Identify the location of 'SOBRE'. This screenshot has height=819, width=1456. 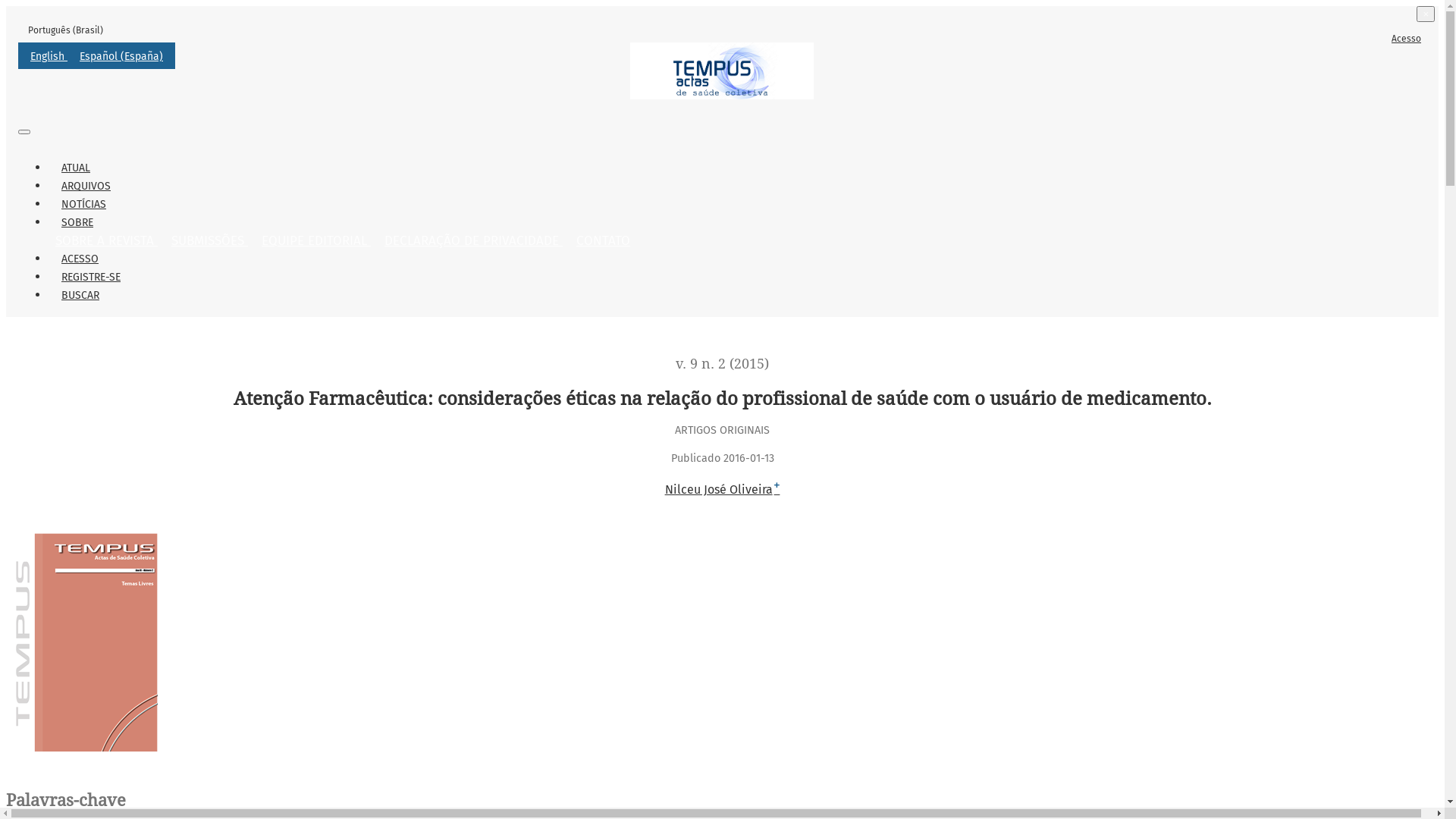
(76, 222).